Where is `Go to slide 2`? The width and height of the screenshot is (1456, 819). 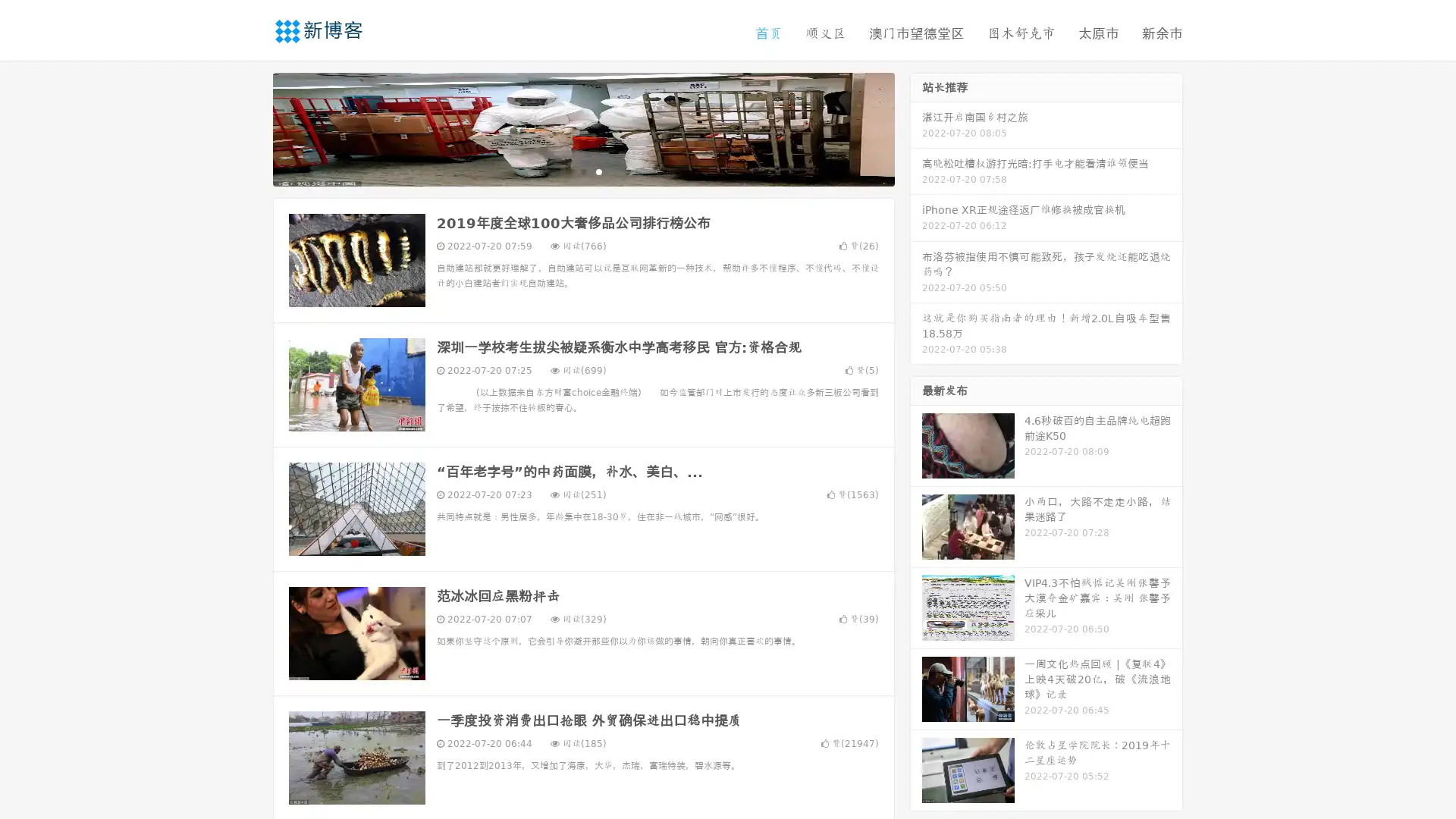
Go to slide 2 is located at coordinates (582, 171).